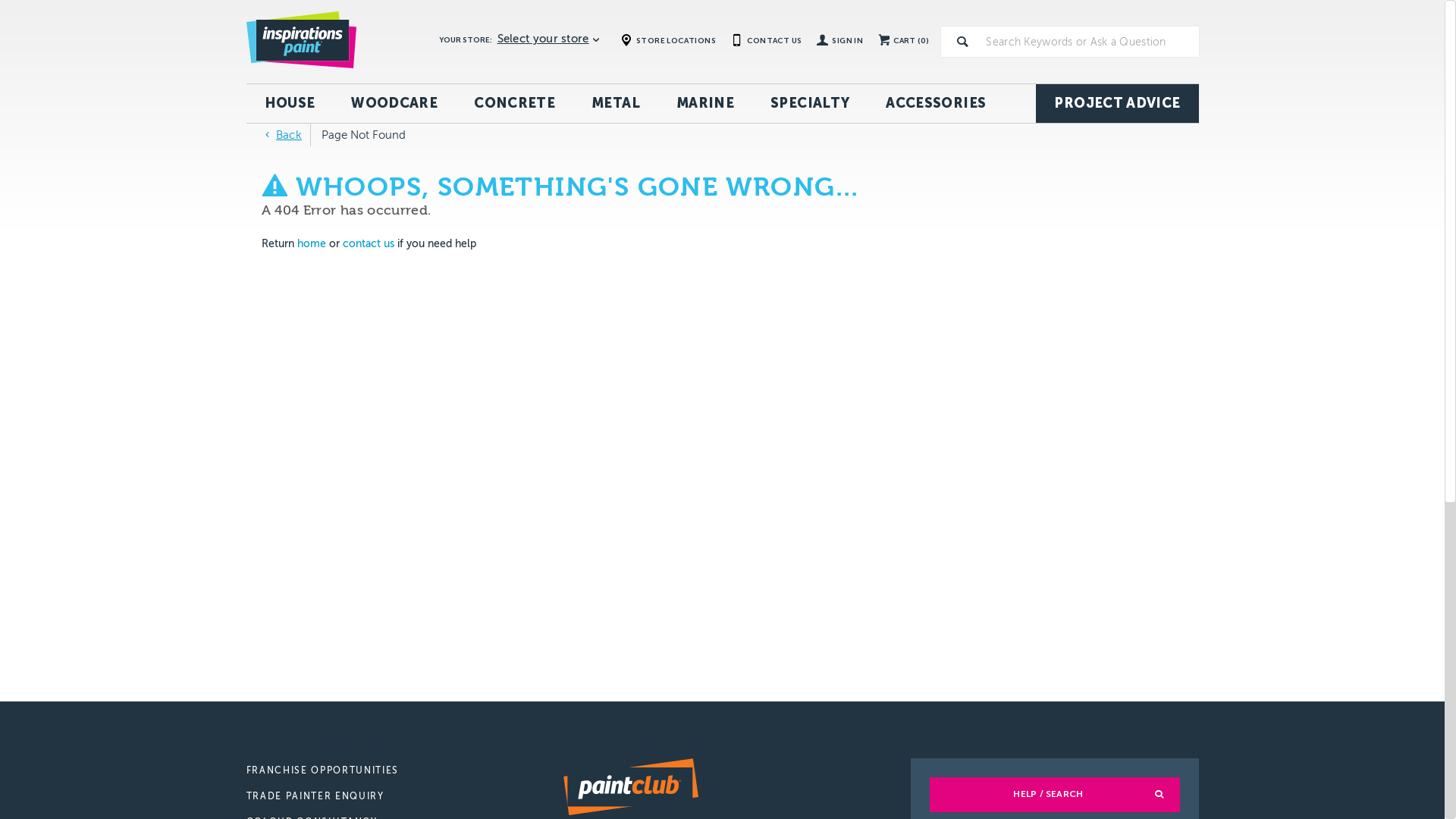 The height and width of the screenshot is (819, 1456). What do you see at coordinates (809, 102) in the screenshot?
I see `'SPECIALTY'` at bounding box center [809, 102].